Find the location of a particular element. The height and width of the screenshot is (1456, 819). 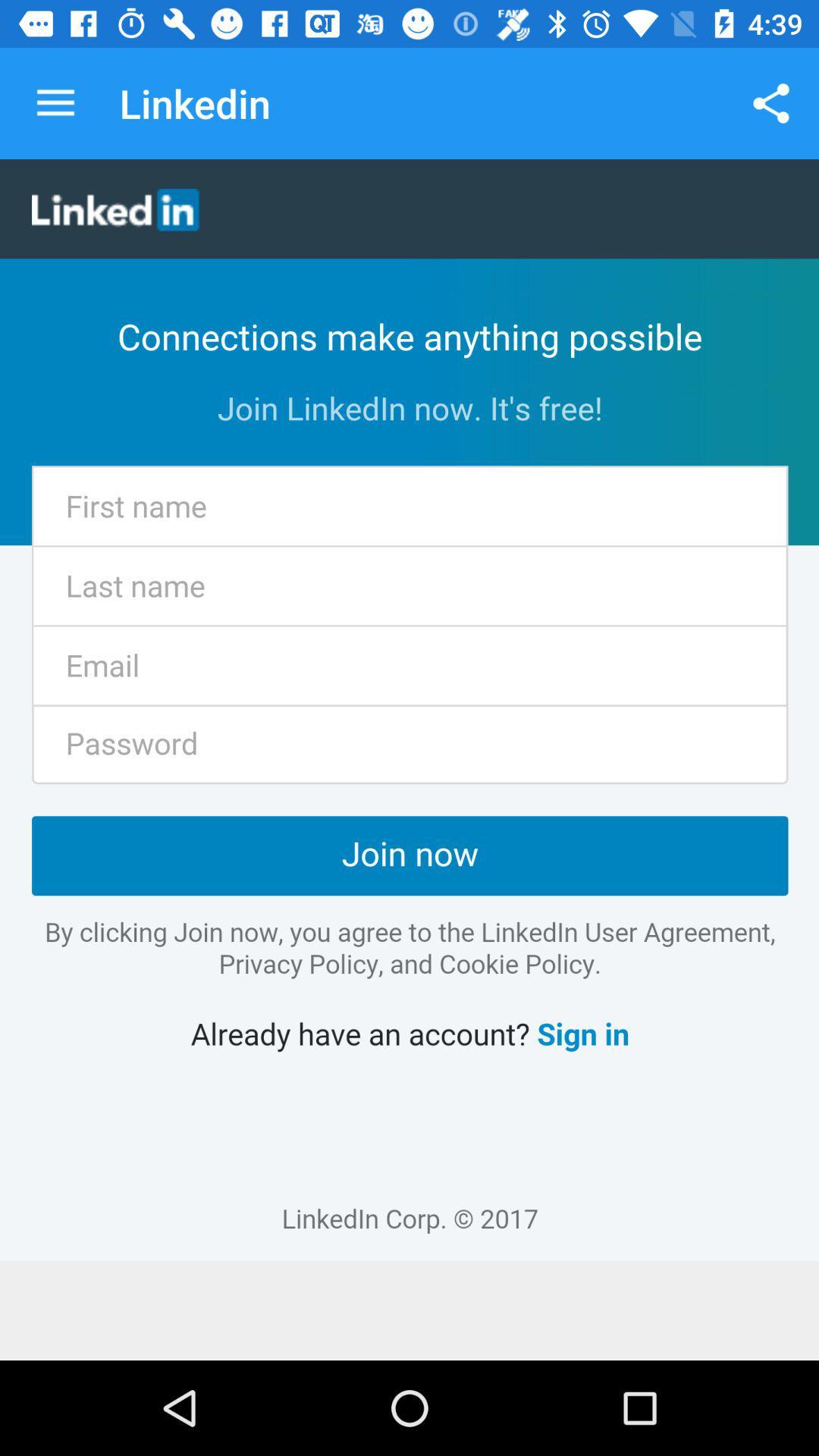

linkedin details page icon is located at coordinates (409, 709).